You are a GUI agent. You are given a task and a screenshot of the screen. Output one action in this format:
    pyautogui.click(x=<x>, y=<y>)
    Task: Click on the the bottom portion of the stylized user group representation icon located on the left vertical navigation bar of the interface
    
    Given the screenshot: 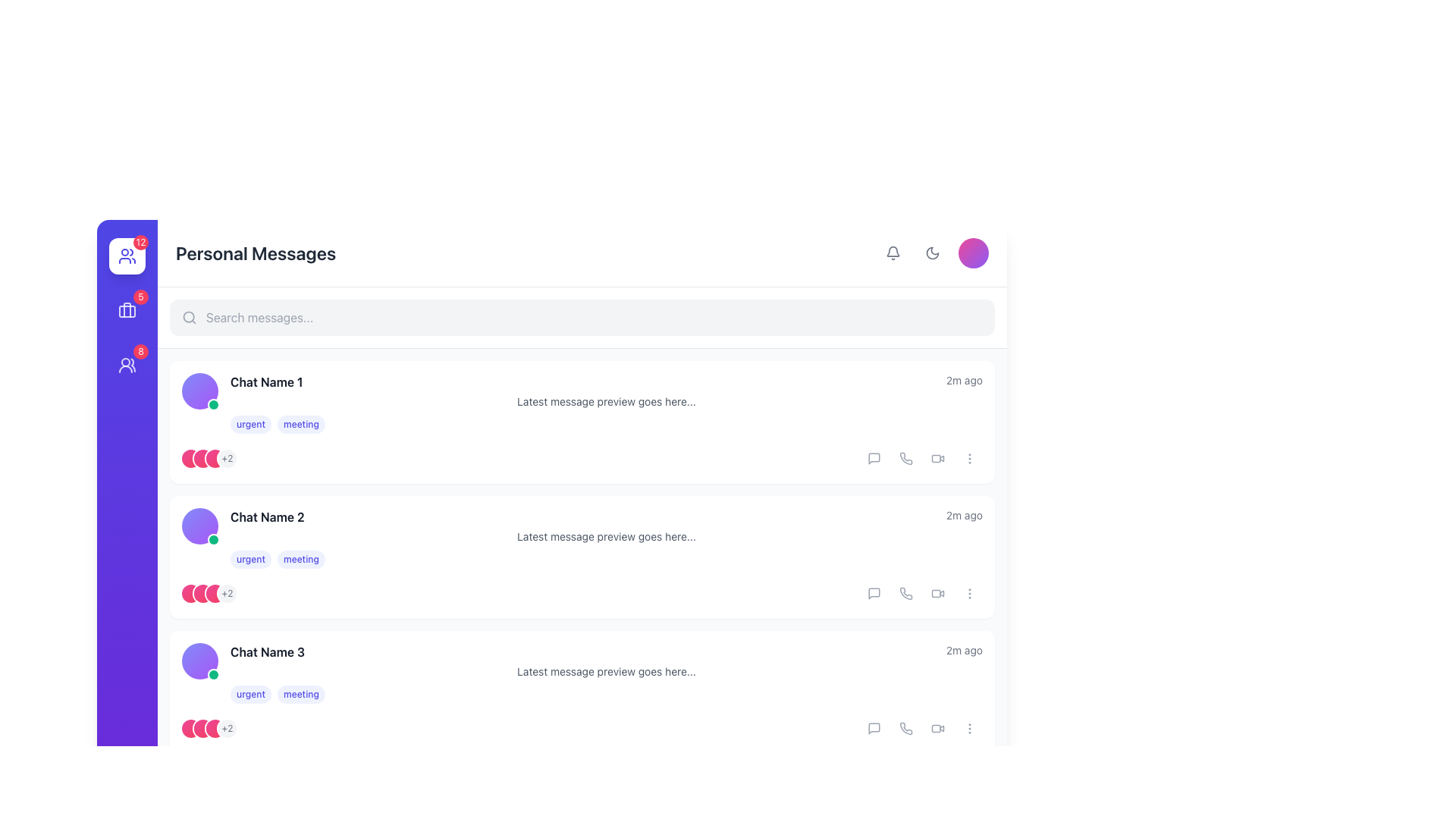 What is the action you would take?
    pyautogui.click(x=126, y=369)
    